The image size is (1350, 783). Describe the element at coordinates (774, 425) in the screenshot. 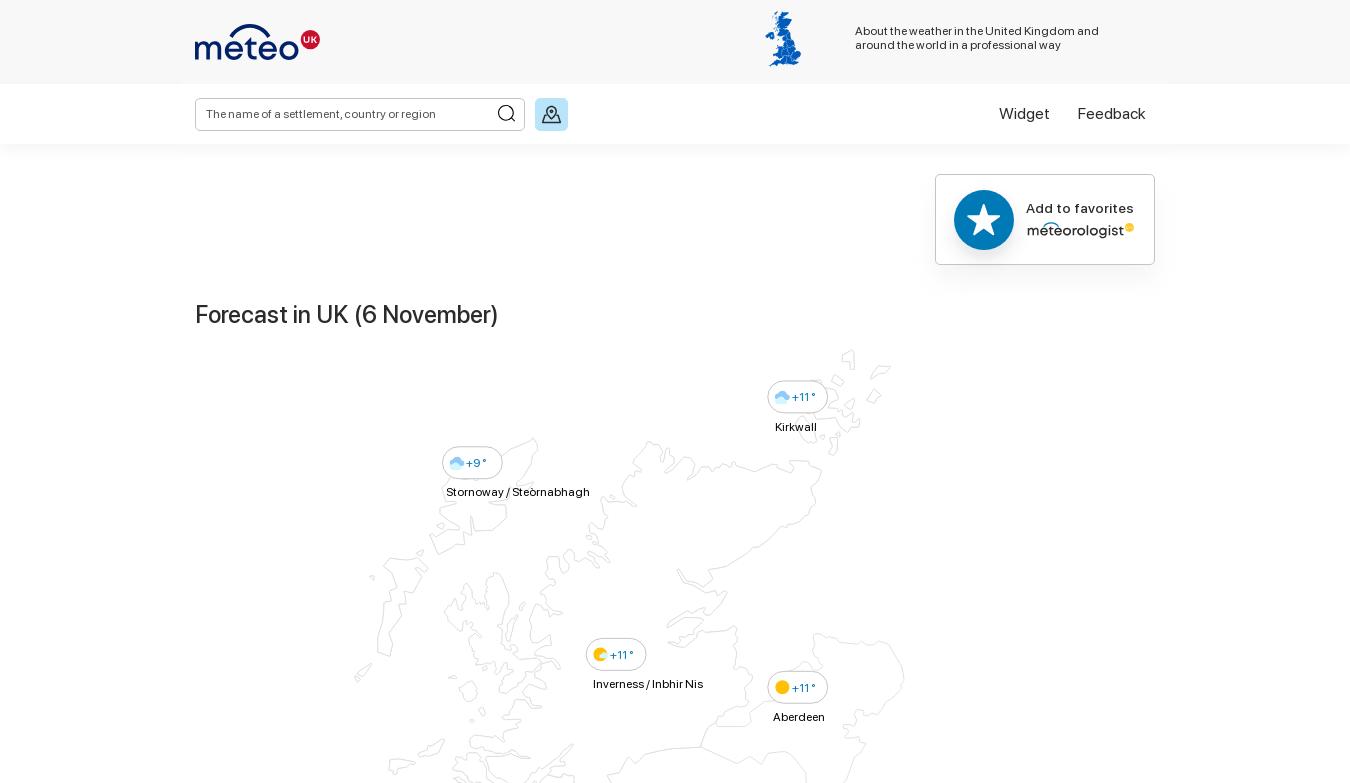

I see `'Kirkwall'` at that location.